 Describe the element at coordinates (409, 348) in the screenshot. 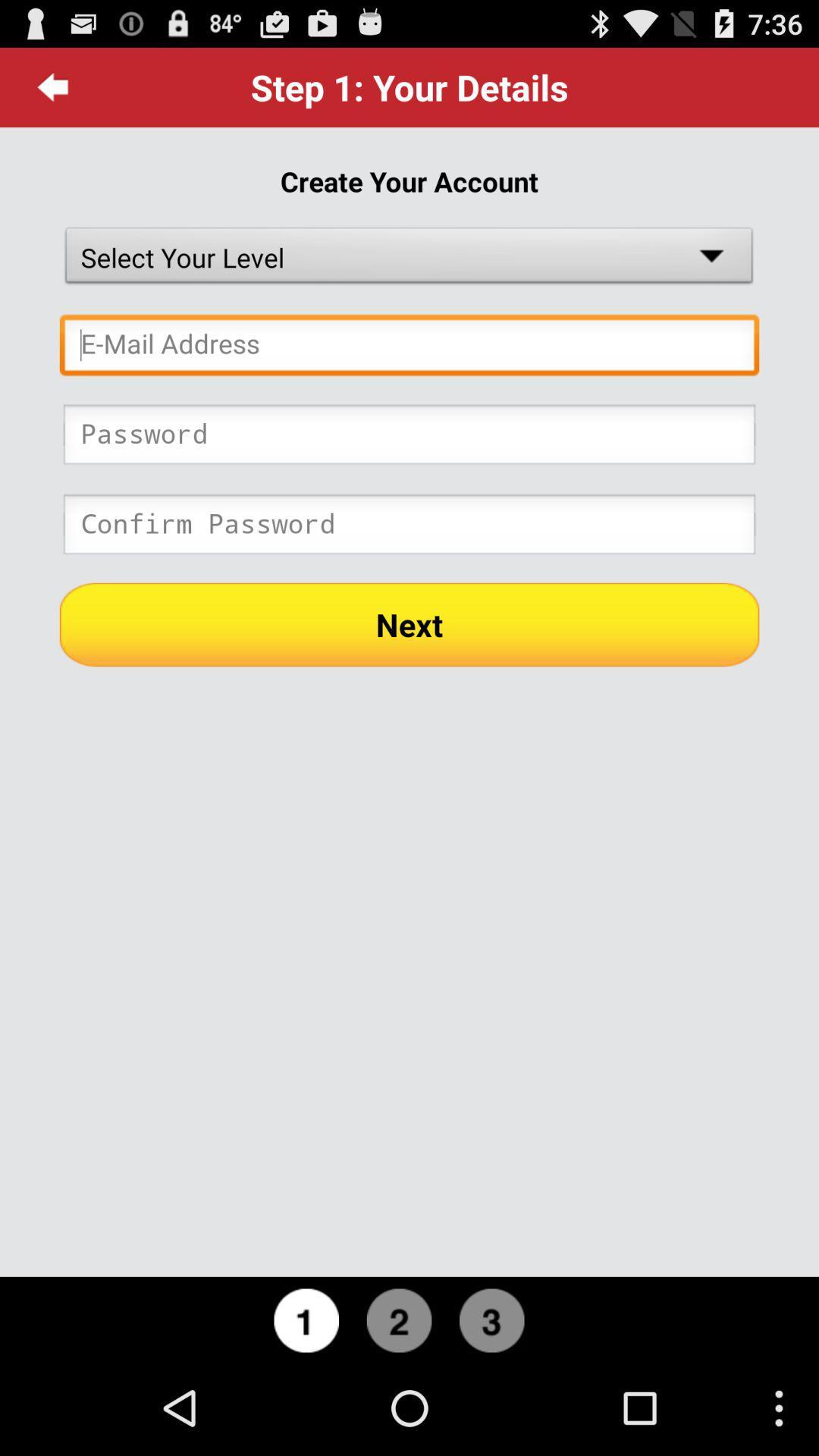

I see `the icon below select your level icon` at that location.